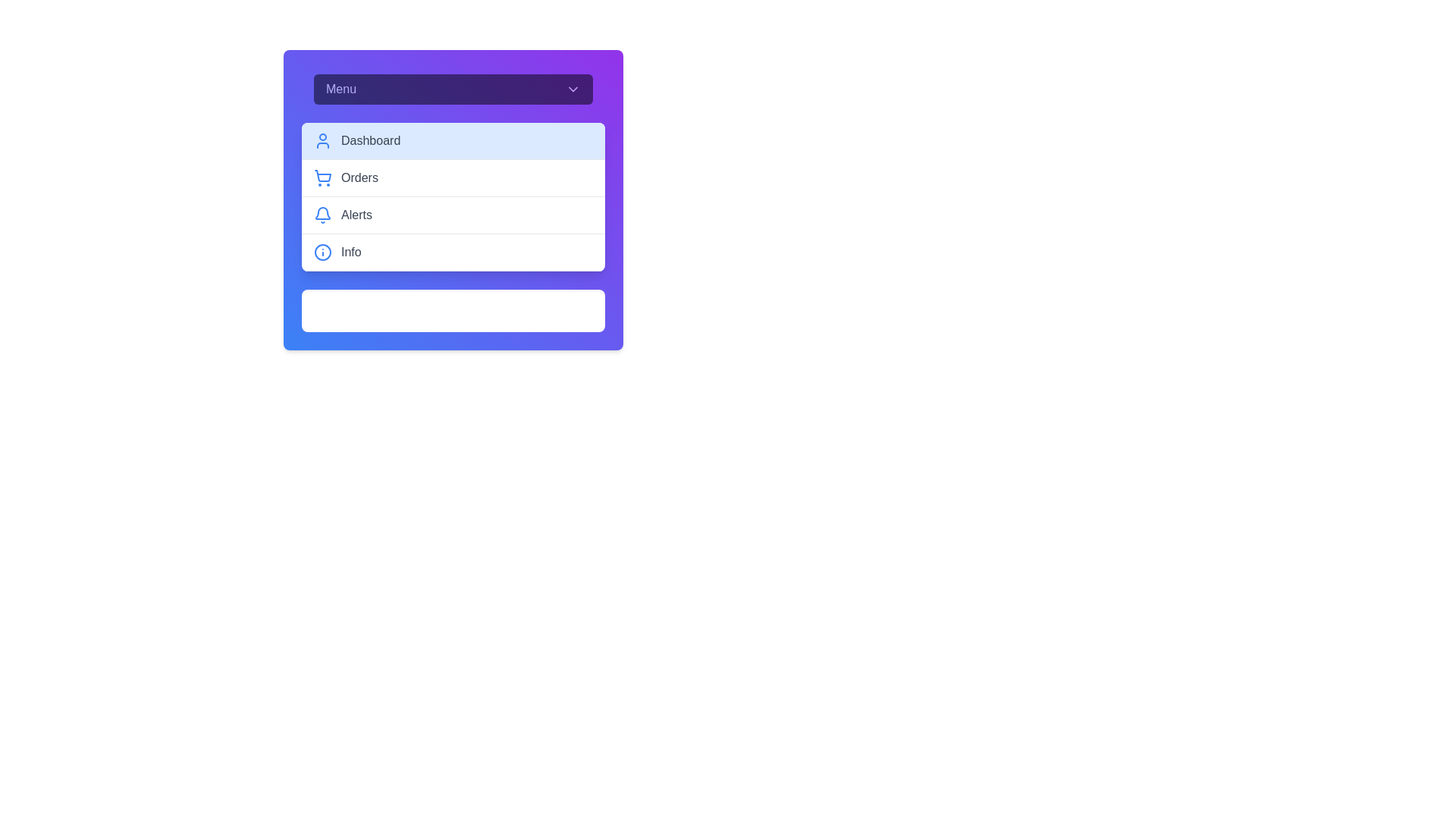 This screenshot has height=819, width=1456. I want to click on the blue circular icon with a thin border and centered exclamation mark symbol, located in the fourth row of the menu list to the left of the text 'Info.', so click(322, 251).